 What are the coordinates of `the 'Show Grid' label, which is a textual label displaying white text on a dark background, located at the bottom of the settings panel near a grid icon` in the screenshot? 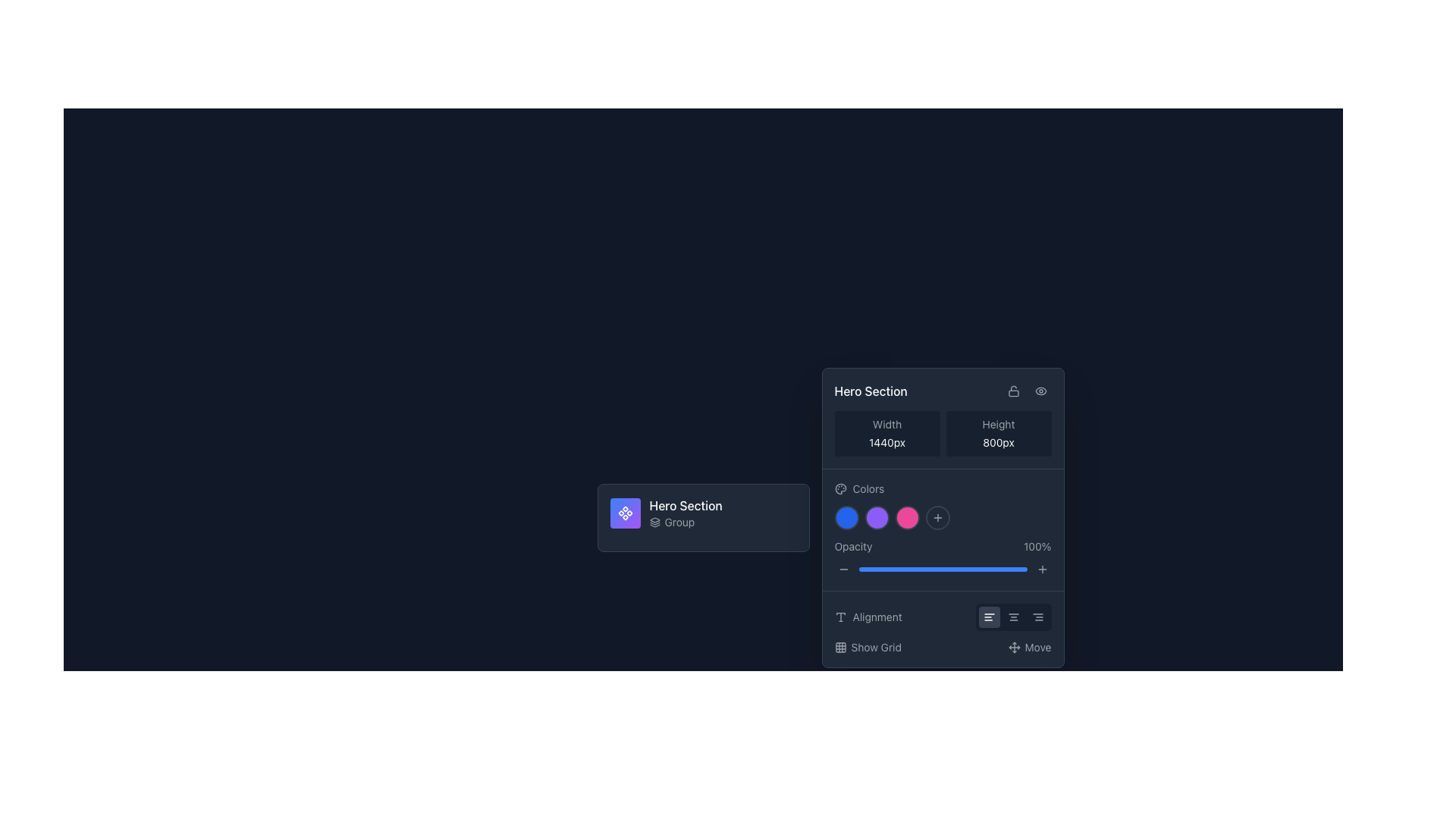 It's located at (876, 647).